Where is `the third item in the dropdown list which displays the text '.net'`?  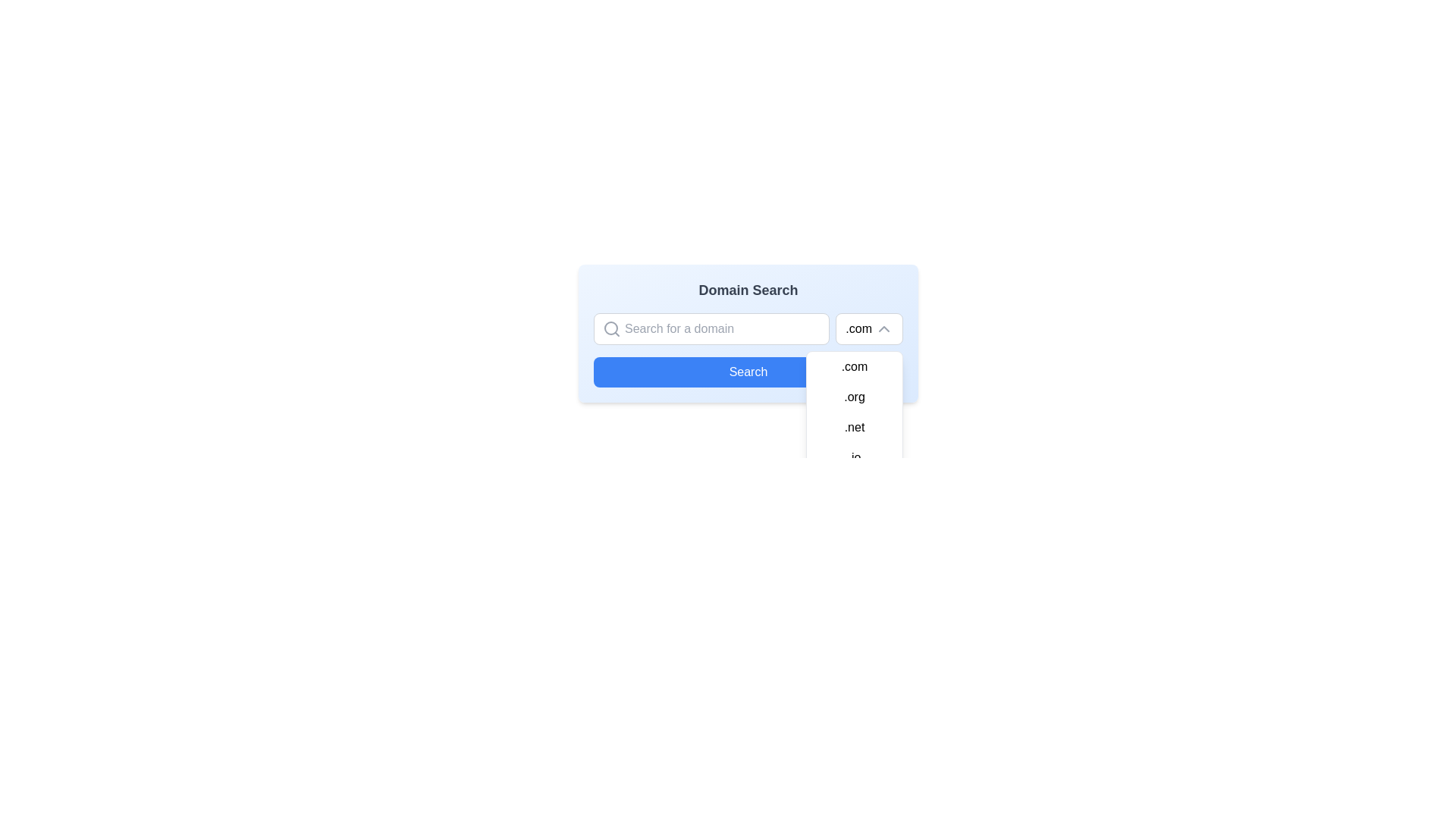
the third item in the dropdown list which displays the text '.net' is located at coordinates (855, 427).